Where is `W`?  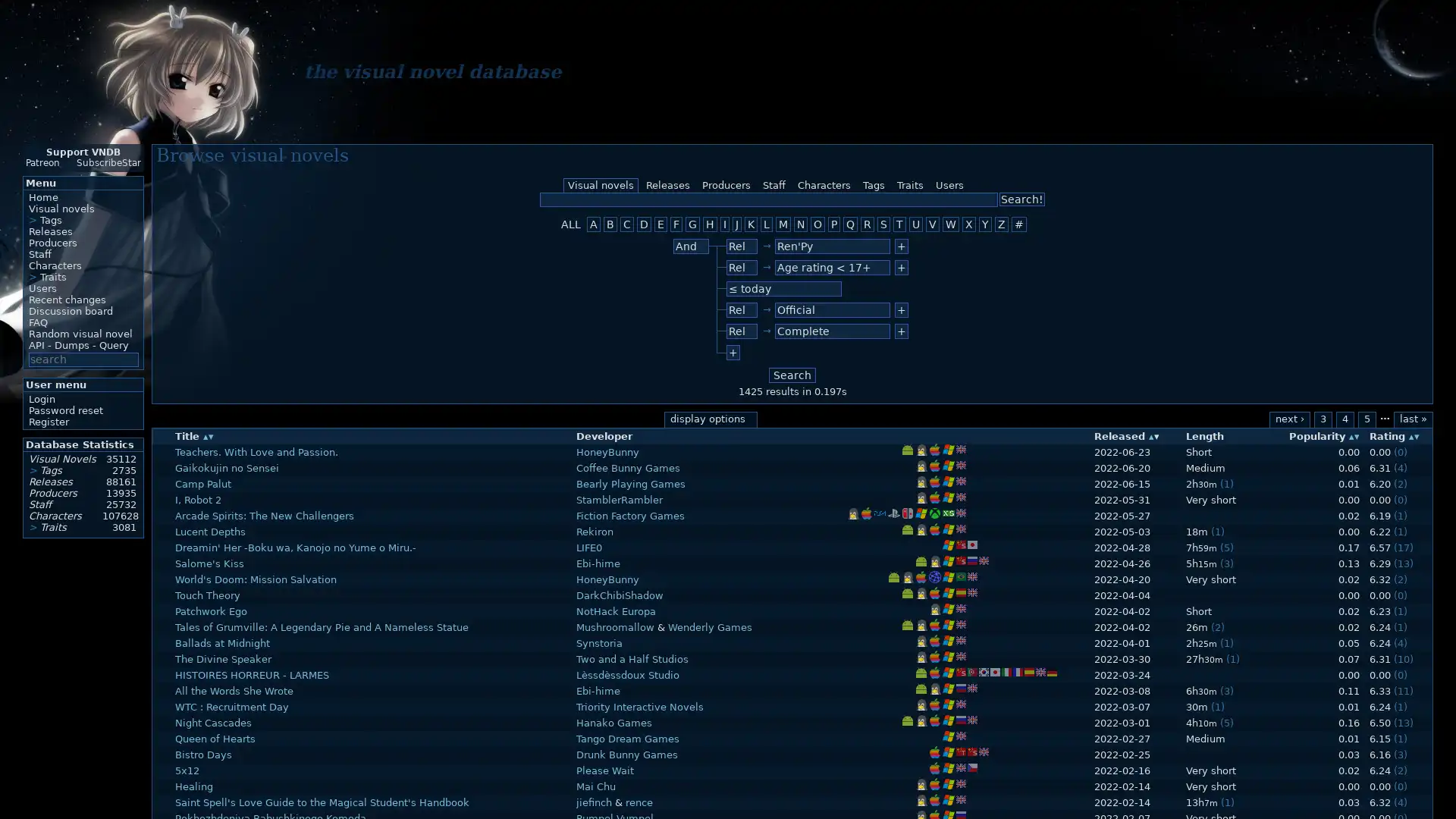 W is located at coordinates (949, 224).